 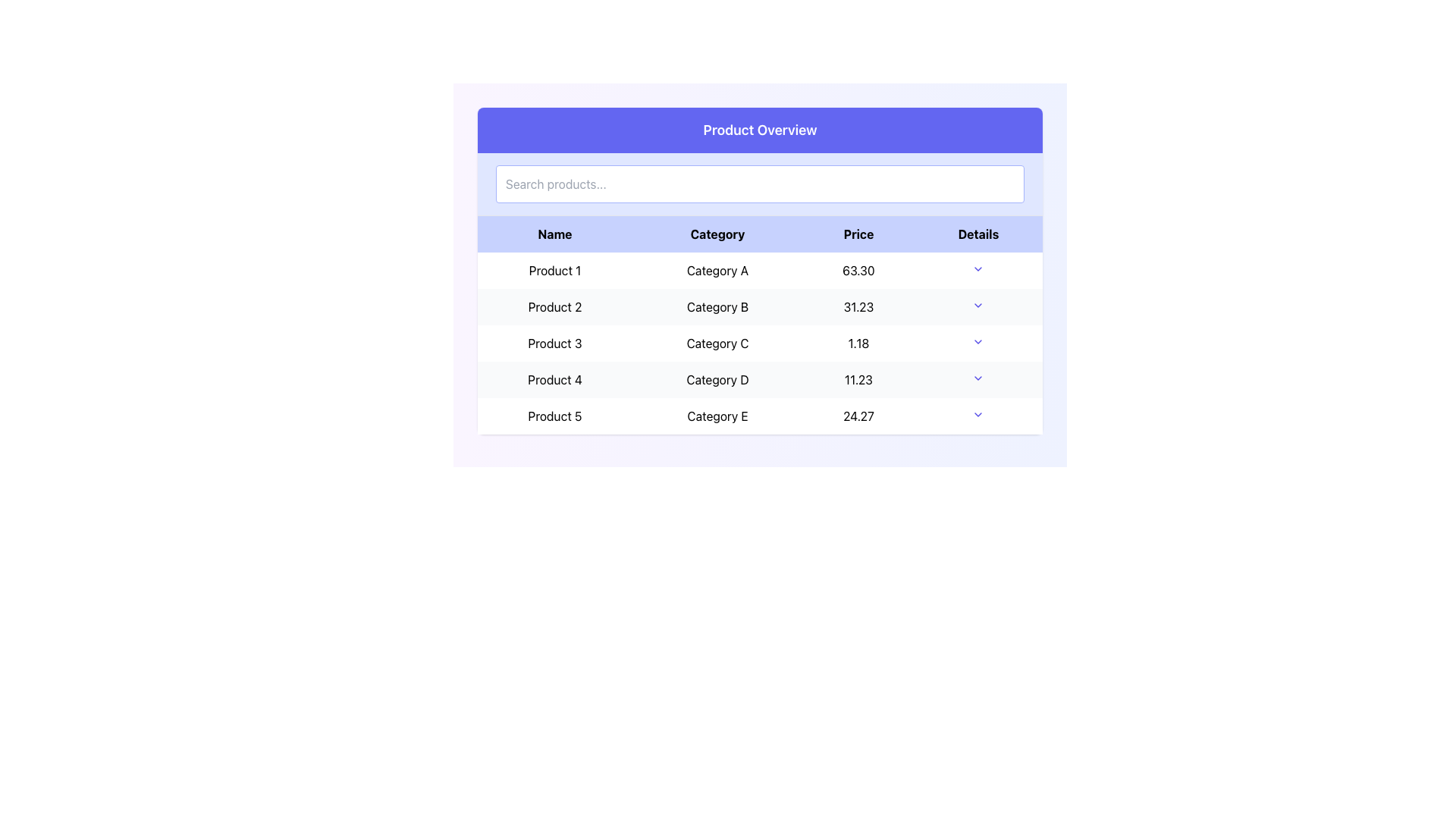 I want to click on text from the Text Label displaying 'Product 1' located in the first row under the 'Name' column of the table, so click(x=554, y=270).